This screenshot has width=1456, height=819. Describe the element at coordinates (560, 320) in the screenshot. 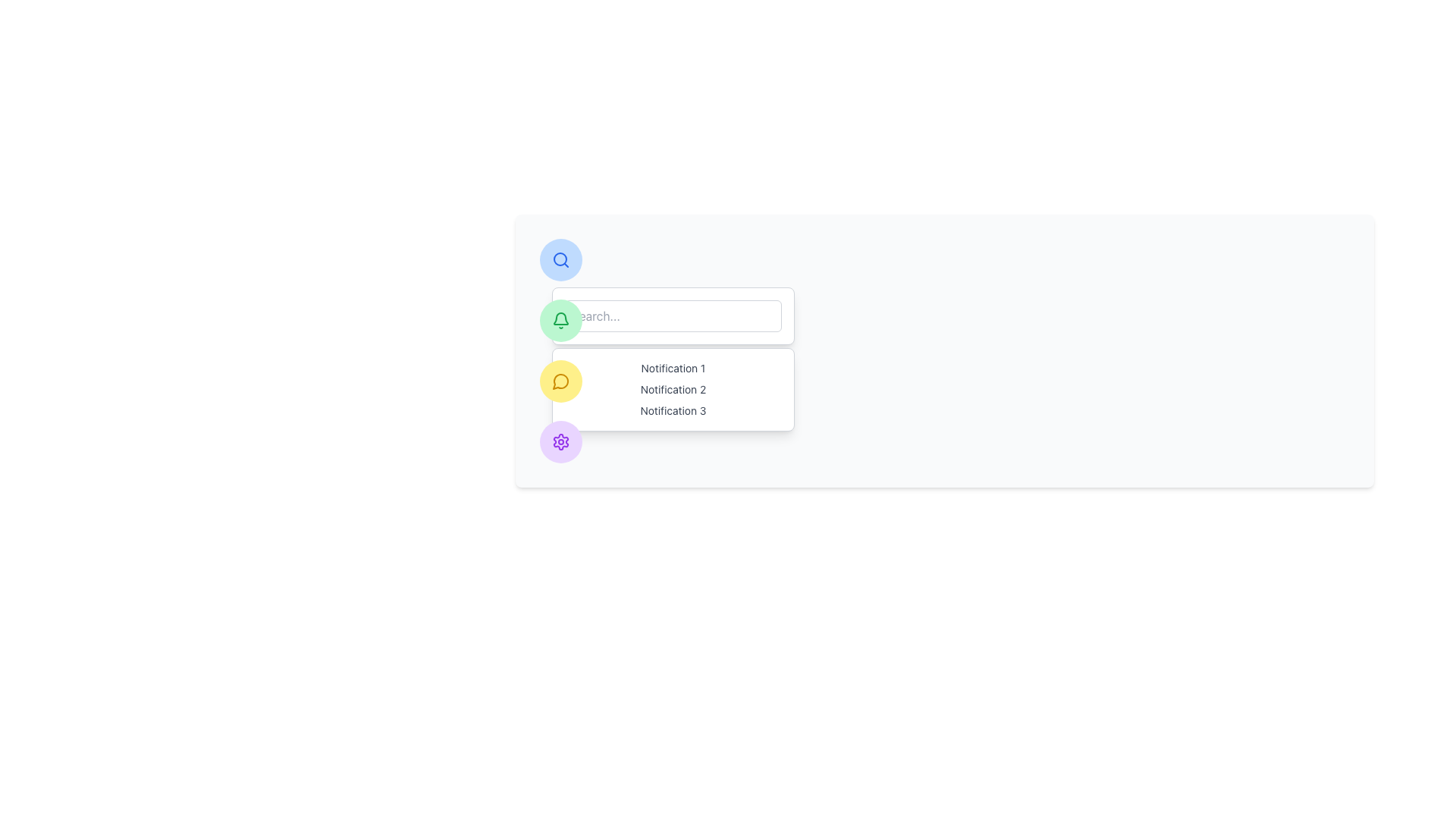

I see `the circular green button with a bell icon` at that location.